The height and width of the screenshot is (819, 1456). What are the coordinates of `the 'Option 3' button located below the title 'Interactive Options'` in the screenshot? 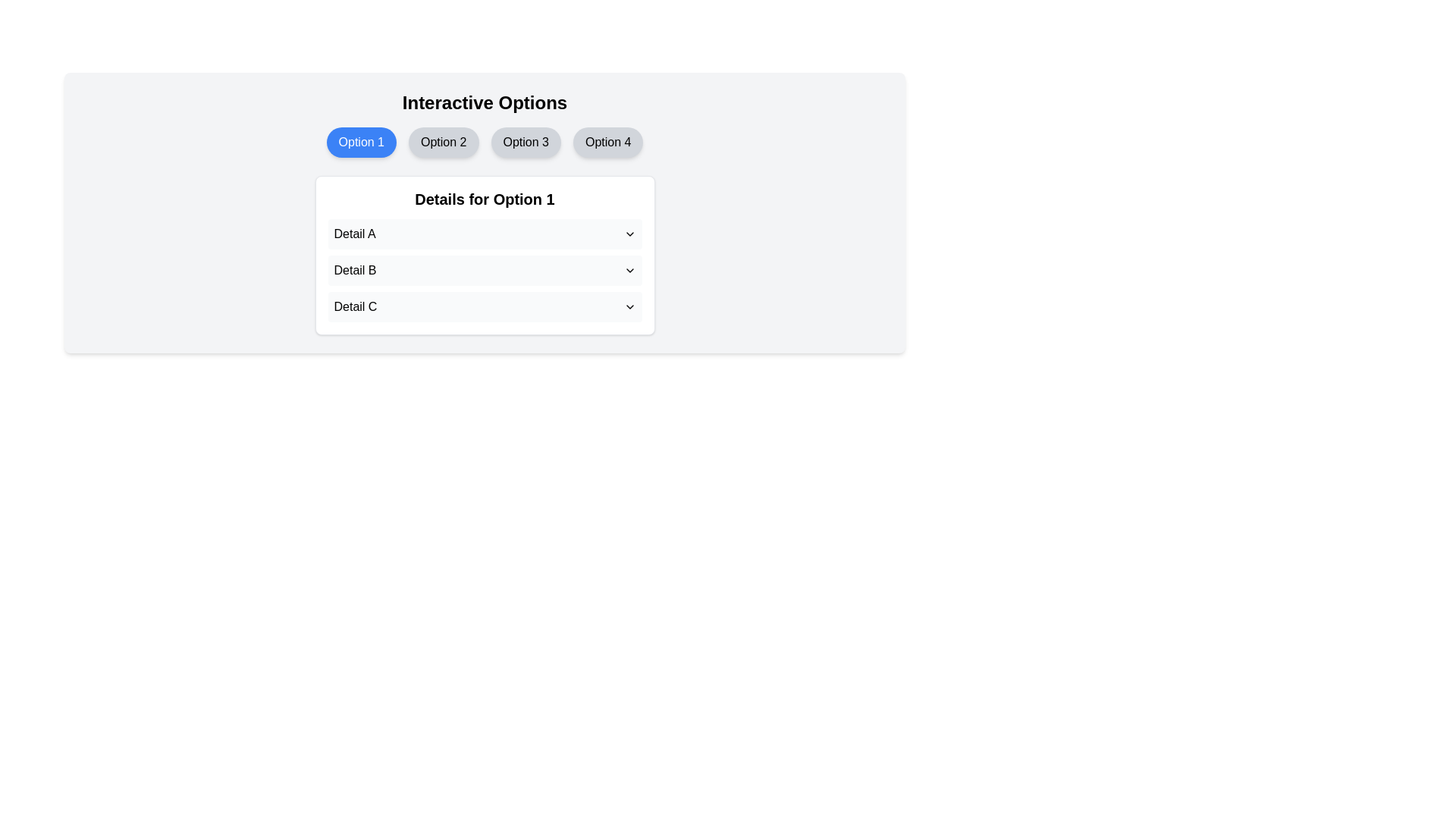 It's located at (526, 143).